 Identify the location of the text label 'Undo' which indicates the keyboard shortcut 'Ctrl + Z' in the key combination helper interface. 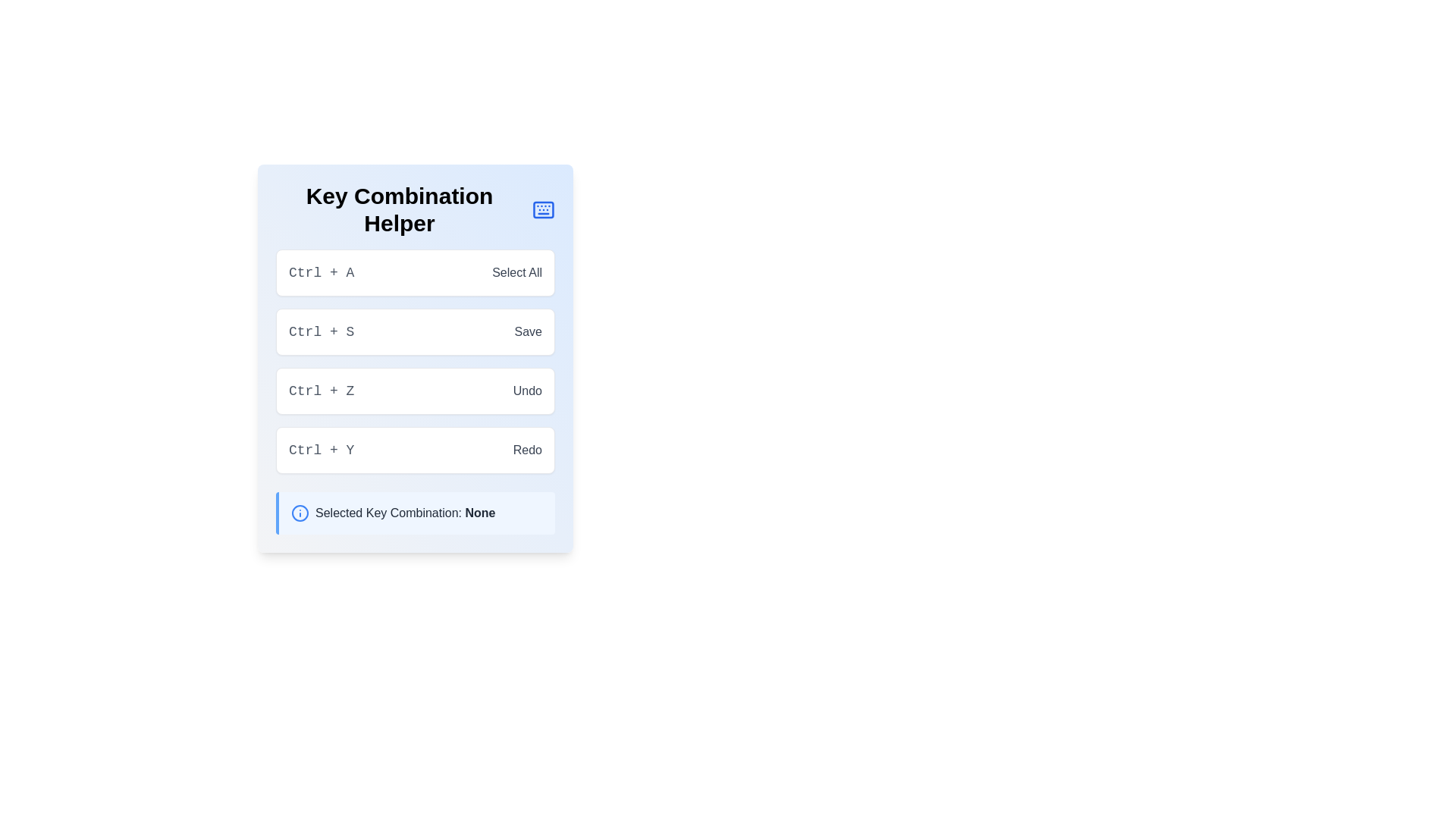
(527, 391).